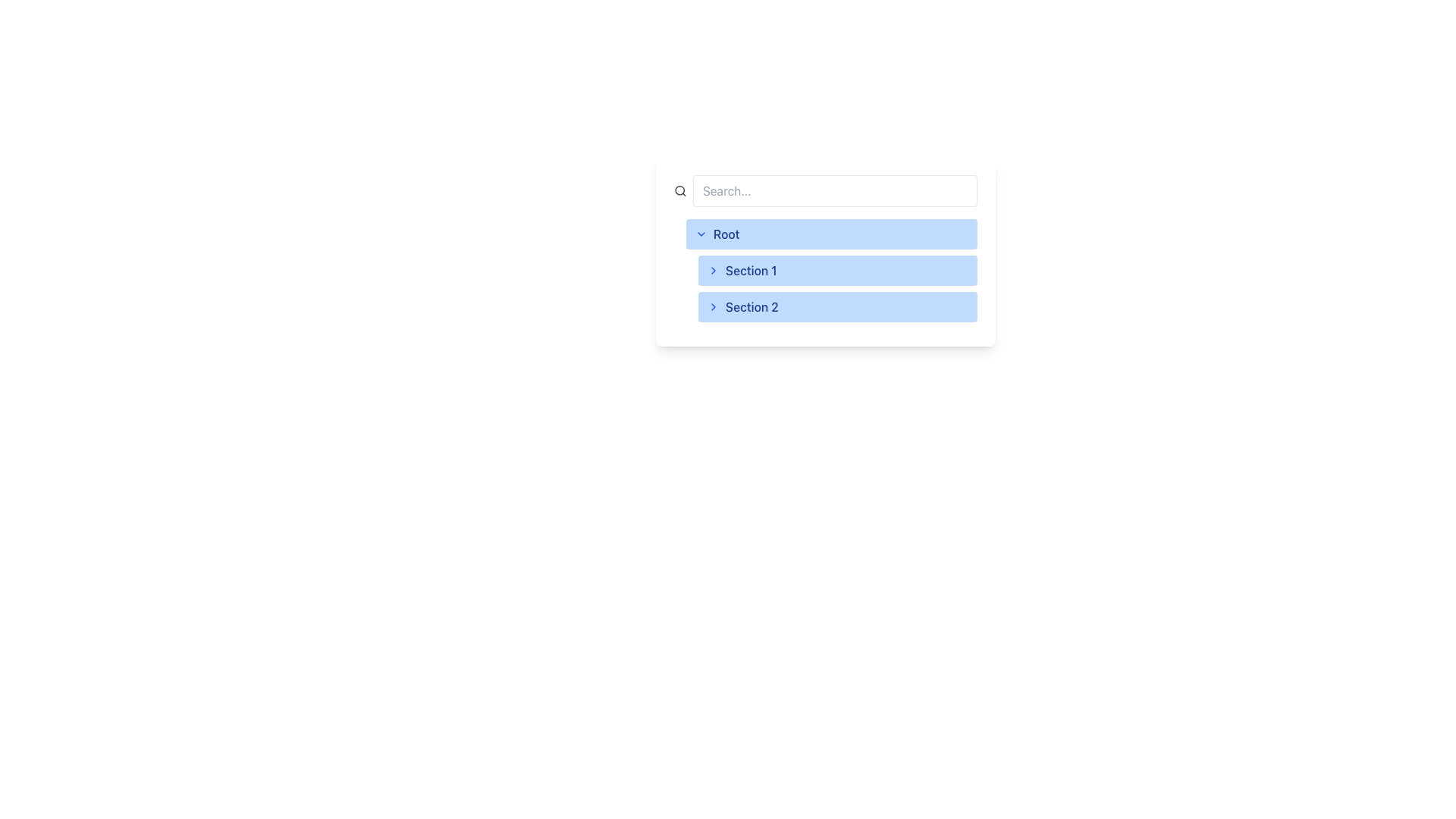 The width and height of the screenshot is (1456, 819). Describe the element at coordinates (679, 190) in the screenshot. I see `the central circle of the magnifying glass icon, which represents the search functionality in the user interface` at that location.